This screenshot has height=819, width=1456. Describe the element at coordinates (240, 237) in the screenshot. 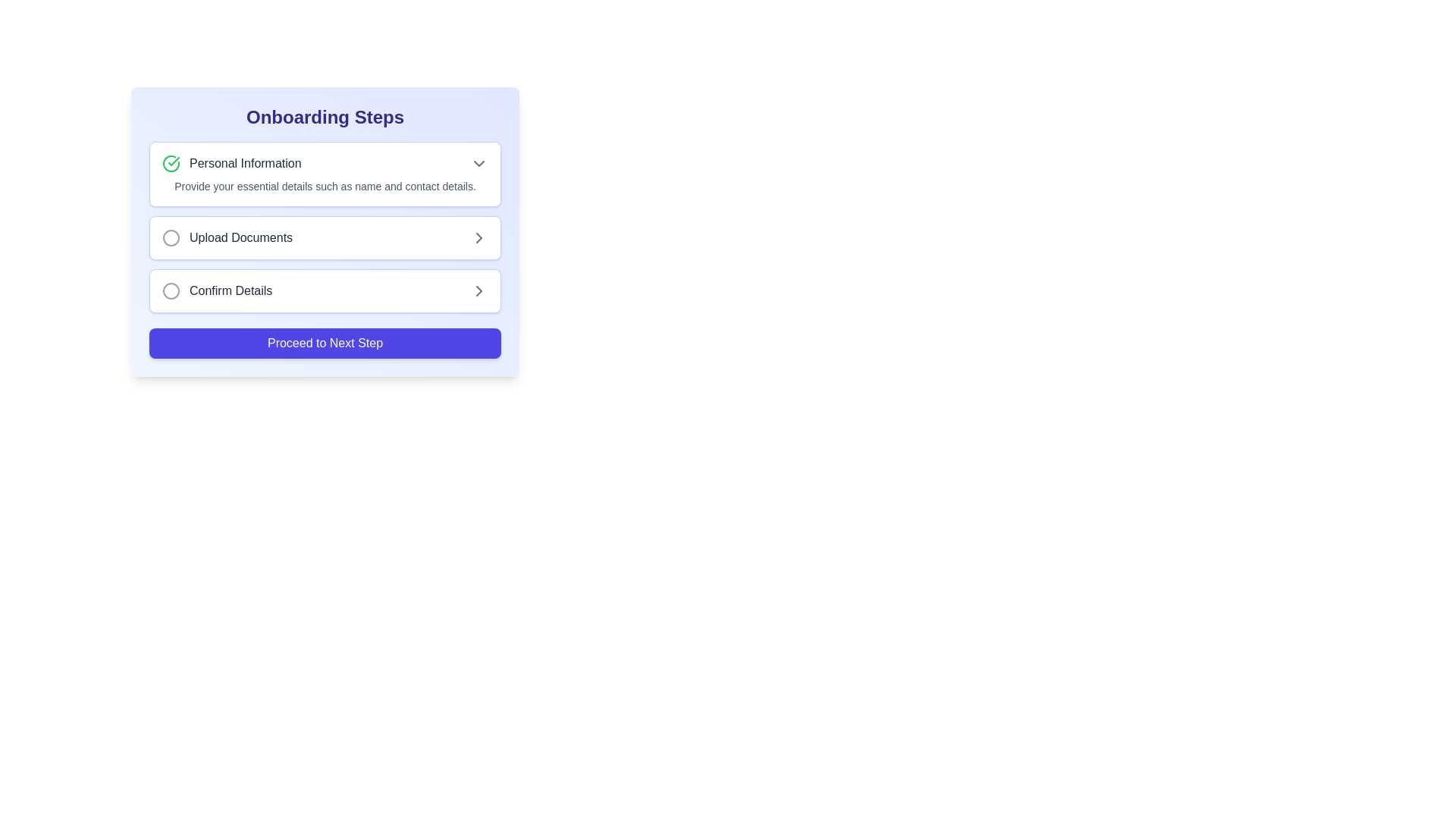

I see `the 'Upload Documents' text label, which is the second step indicator in the onboarding stages, styled in gray with medium font weight` at that location.